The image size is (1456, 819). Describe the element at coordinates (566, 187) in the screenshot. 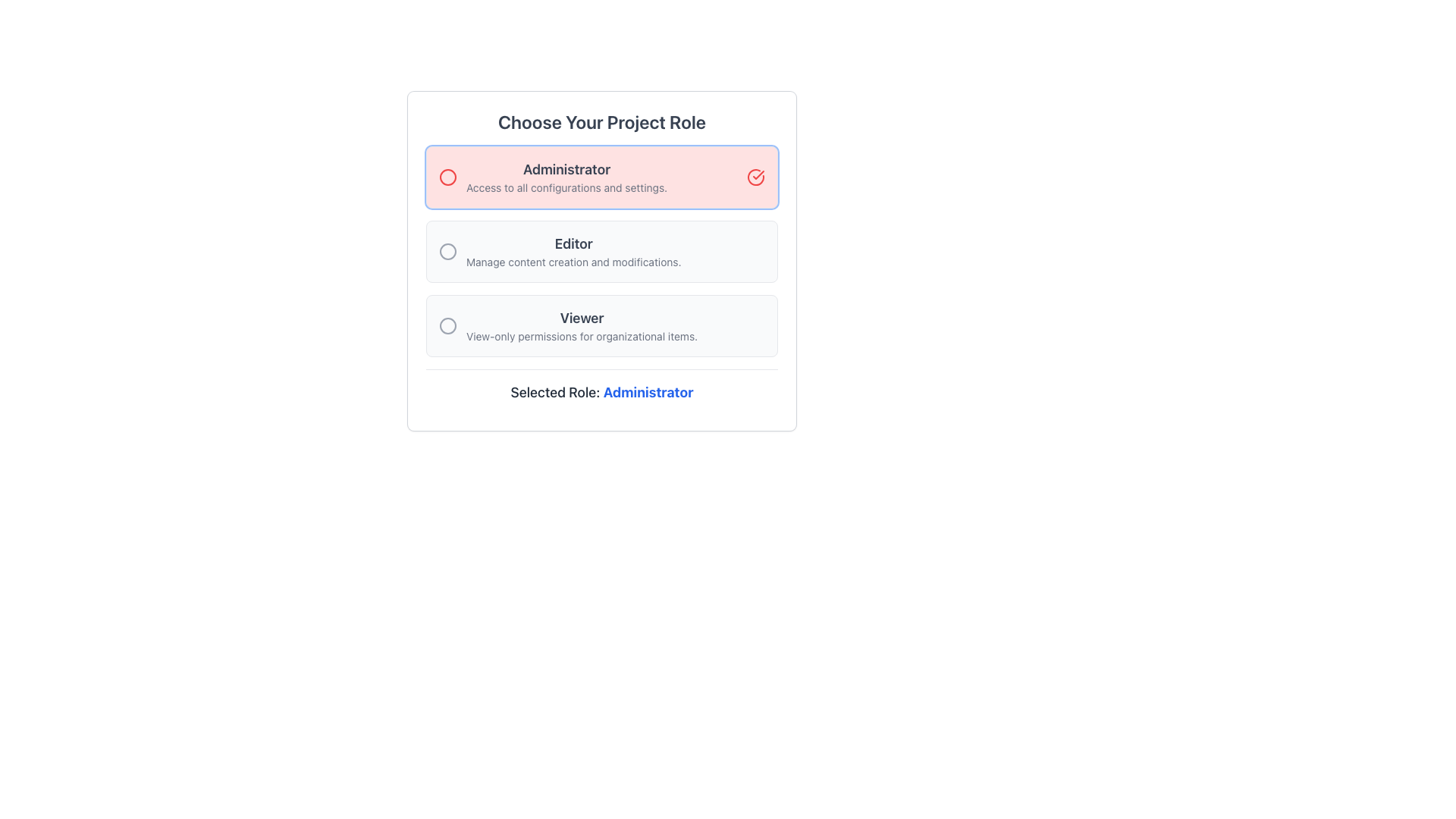

I see `the descriptive label located below the 'Administrator' selection option within the selection card` at that location.